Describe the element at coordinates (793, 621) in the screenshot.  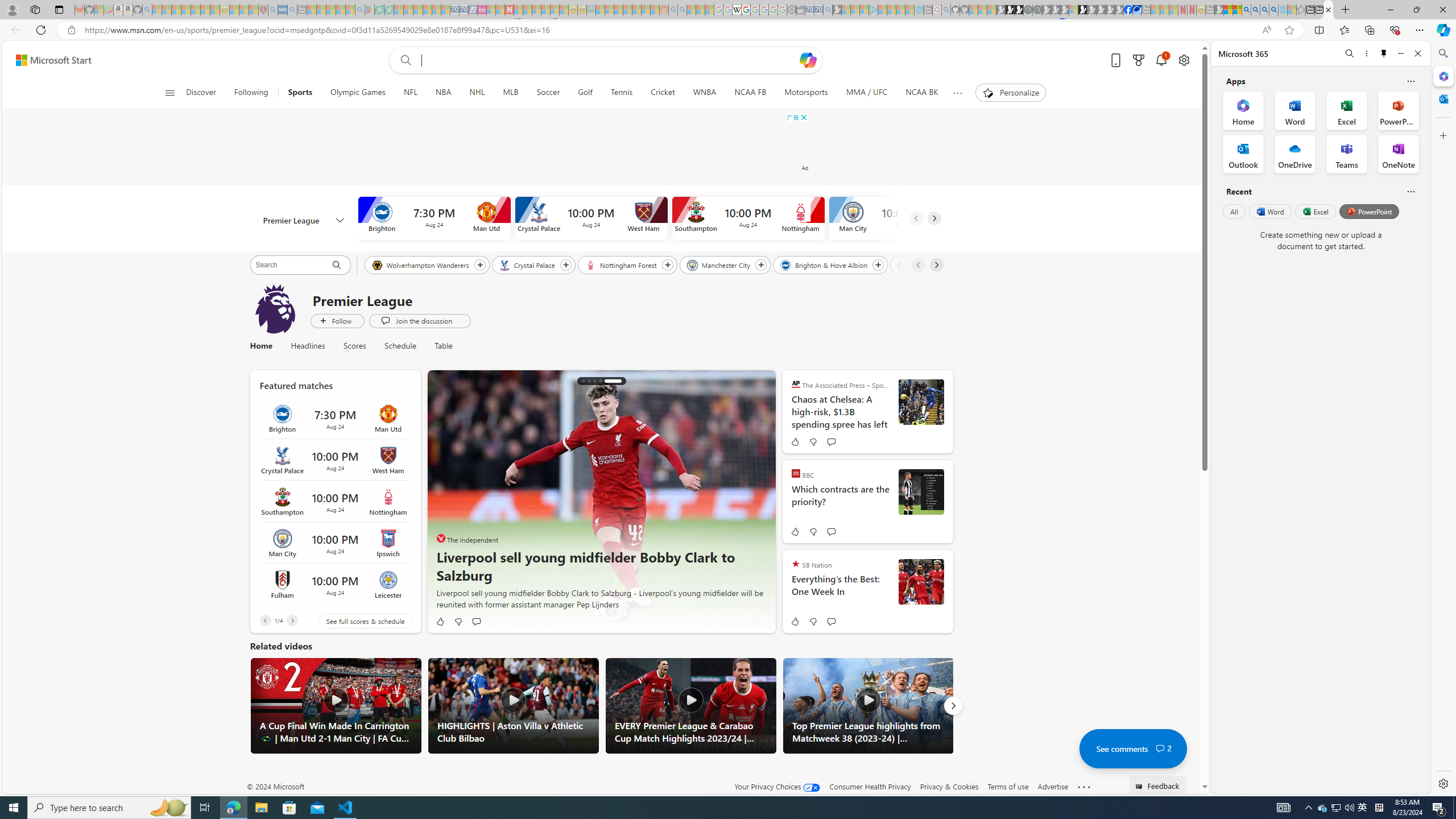
I see `'Like'` at that location.